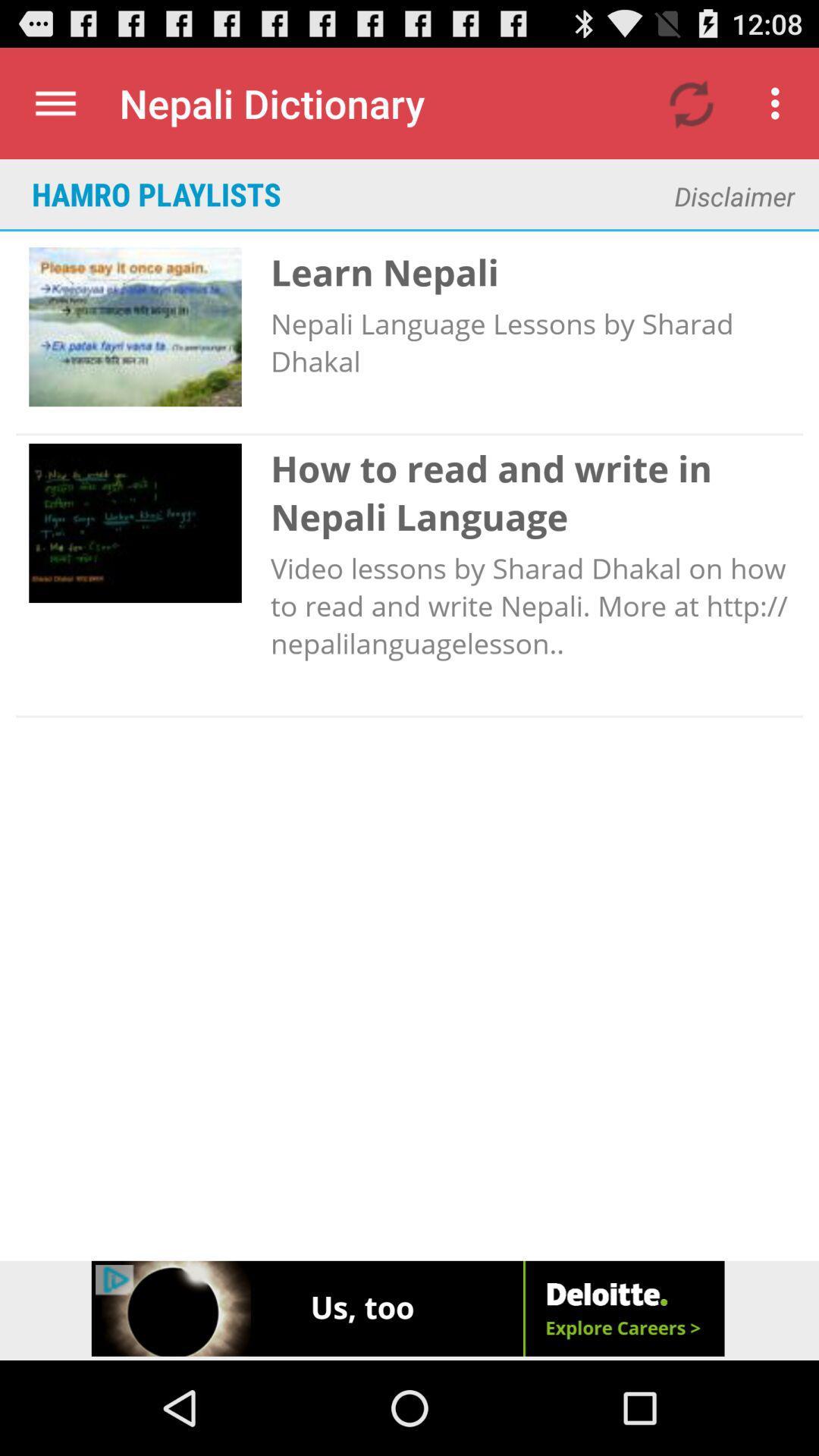 The width and height of the screenshot is (819, 1456). What do you see at coordinates (134, 326) in the screenshot?
I see `the image below hamro playlists` at bounding box center [134, 326].